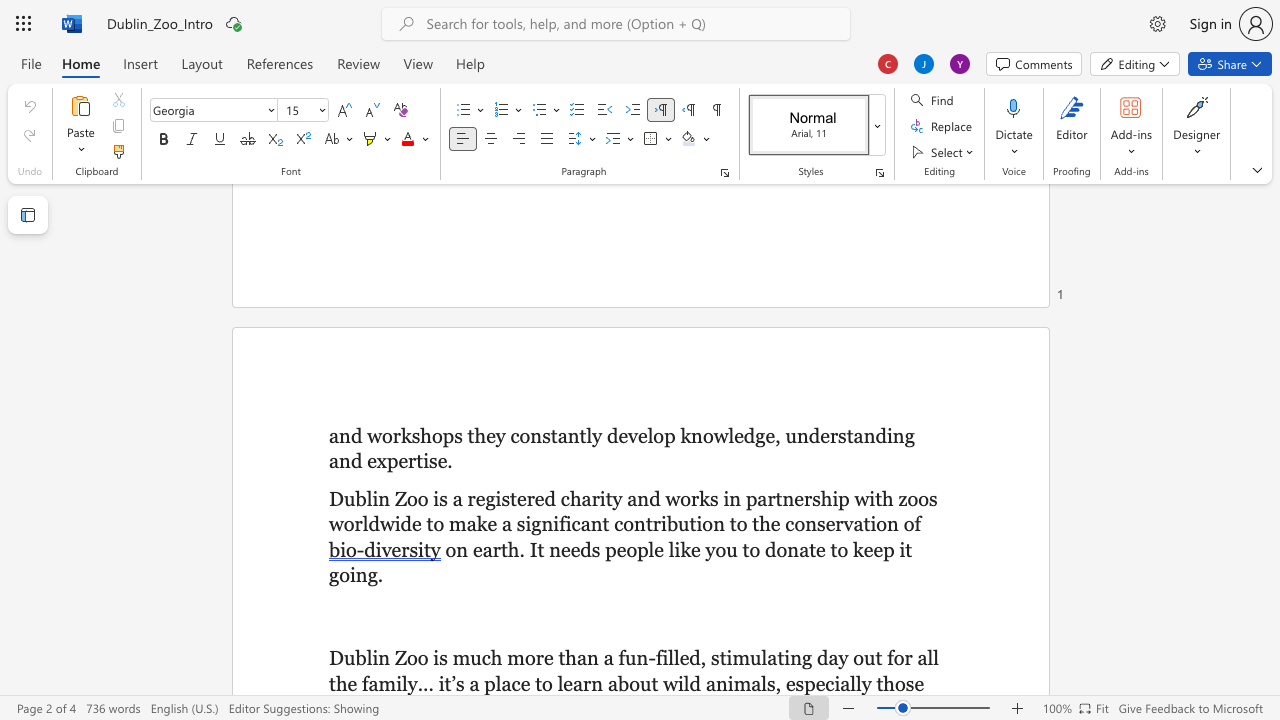 This screenshot has height=720, width=1280. I want to click on the 4th character "o" in the text, so click(753, 549).